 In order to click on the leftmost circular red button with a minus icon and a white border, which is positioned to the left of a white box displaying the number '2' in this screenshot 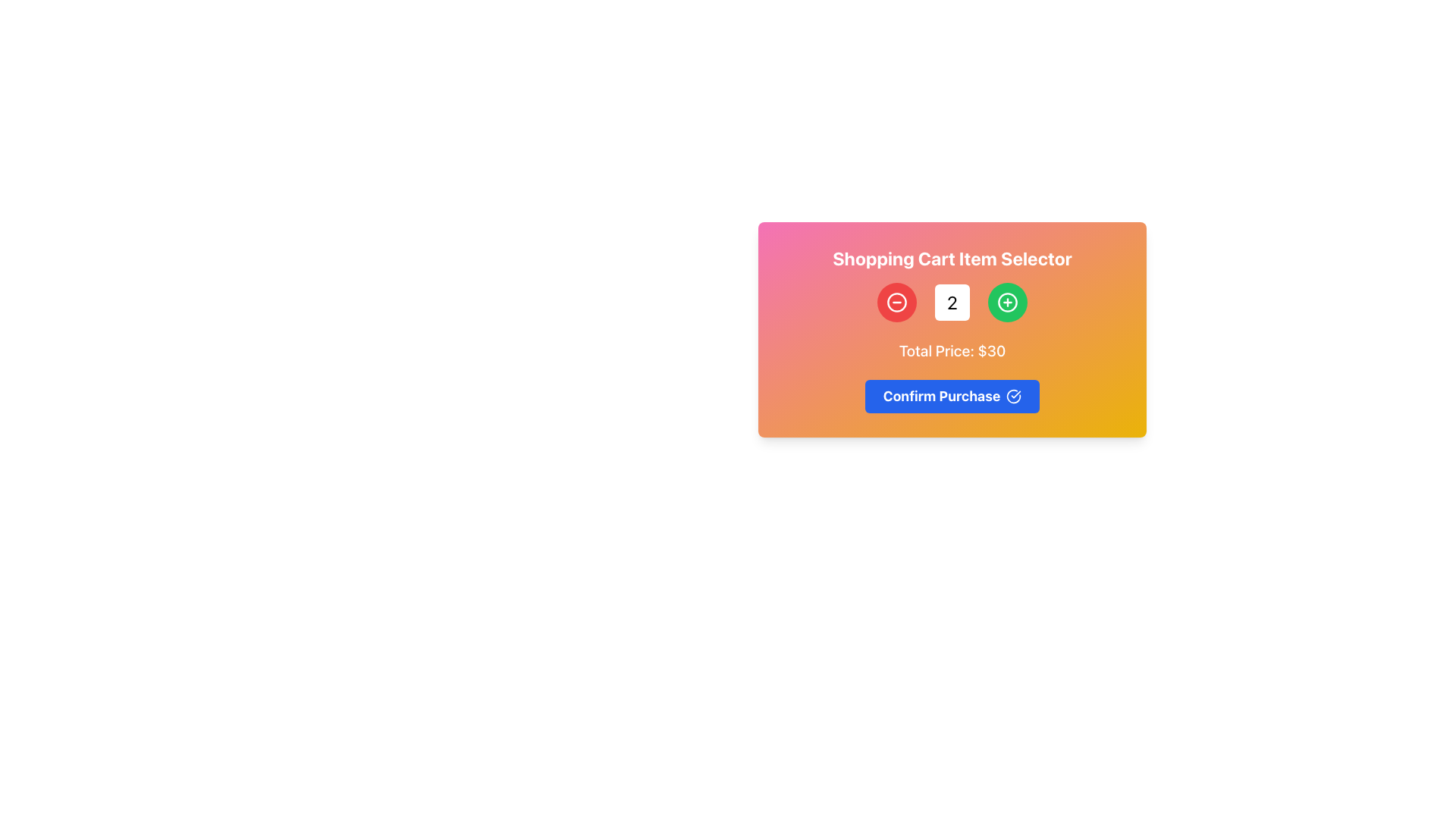, I will do `click(897, 302)`.